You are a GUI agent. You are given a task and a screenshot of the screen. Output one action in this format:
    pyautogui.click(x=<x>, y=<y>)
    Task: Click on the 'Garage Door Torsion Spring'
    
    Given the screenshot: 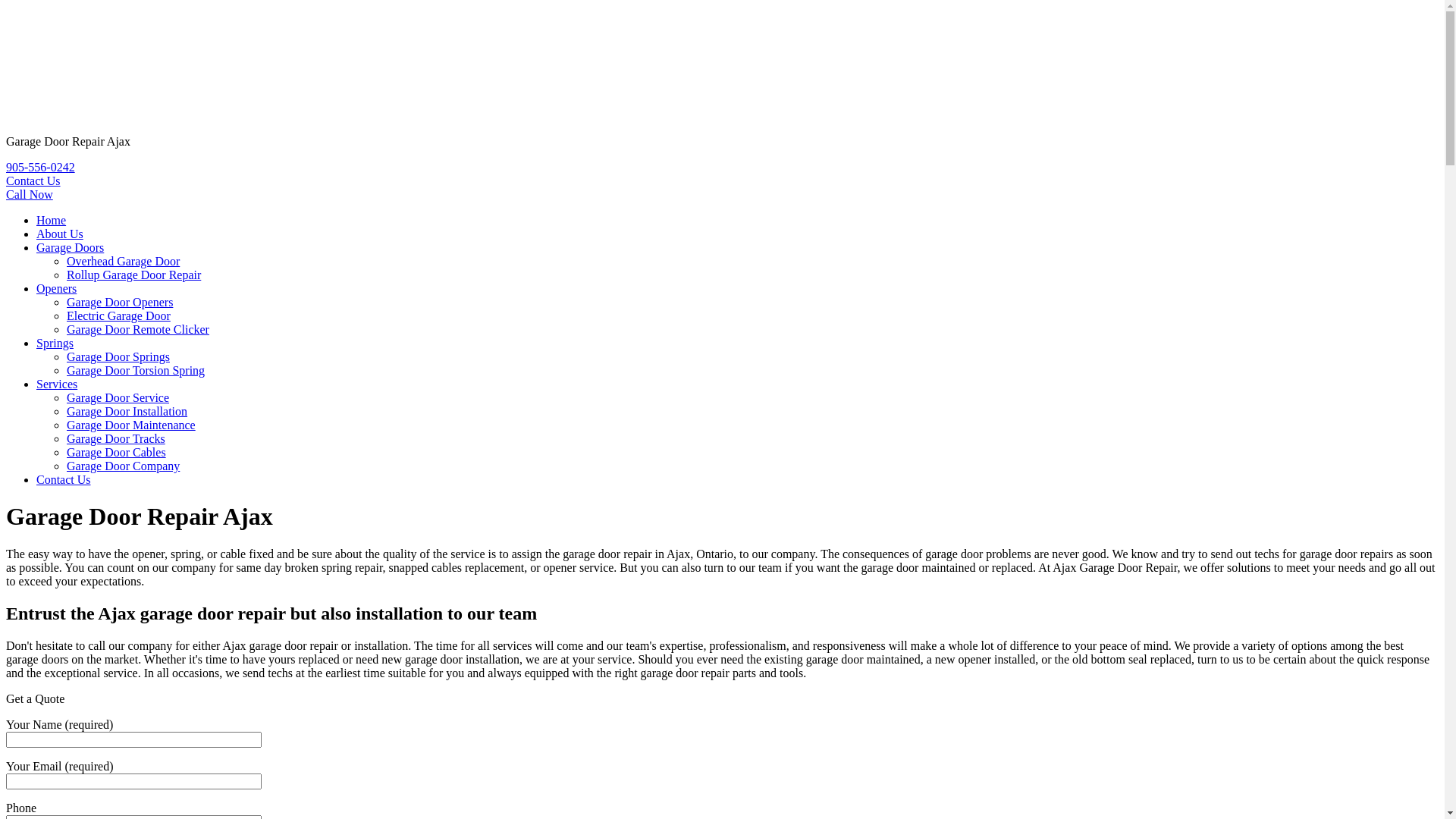 What is the action you would take?
    pyautogui.click(x=135, y=370)
    